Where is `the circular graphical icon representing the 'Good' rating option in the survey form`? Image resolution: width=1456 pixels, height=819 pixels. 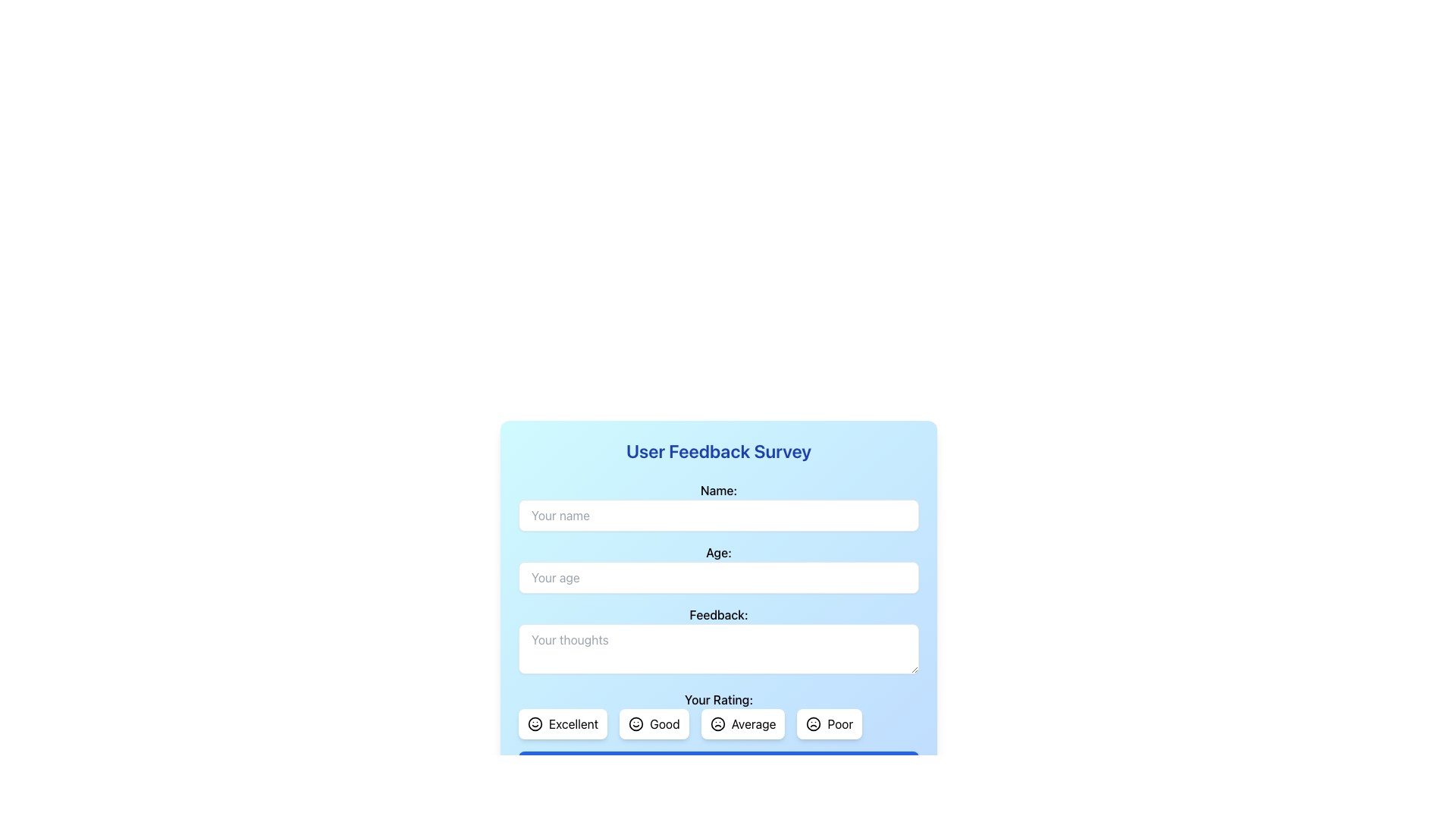 the circular graphical icon representing the 'Good' rating option in the survey form is located at coordinates (636, 723).